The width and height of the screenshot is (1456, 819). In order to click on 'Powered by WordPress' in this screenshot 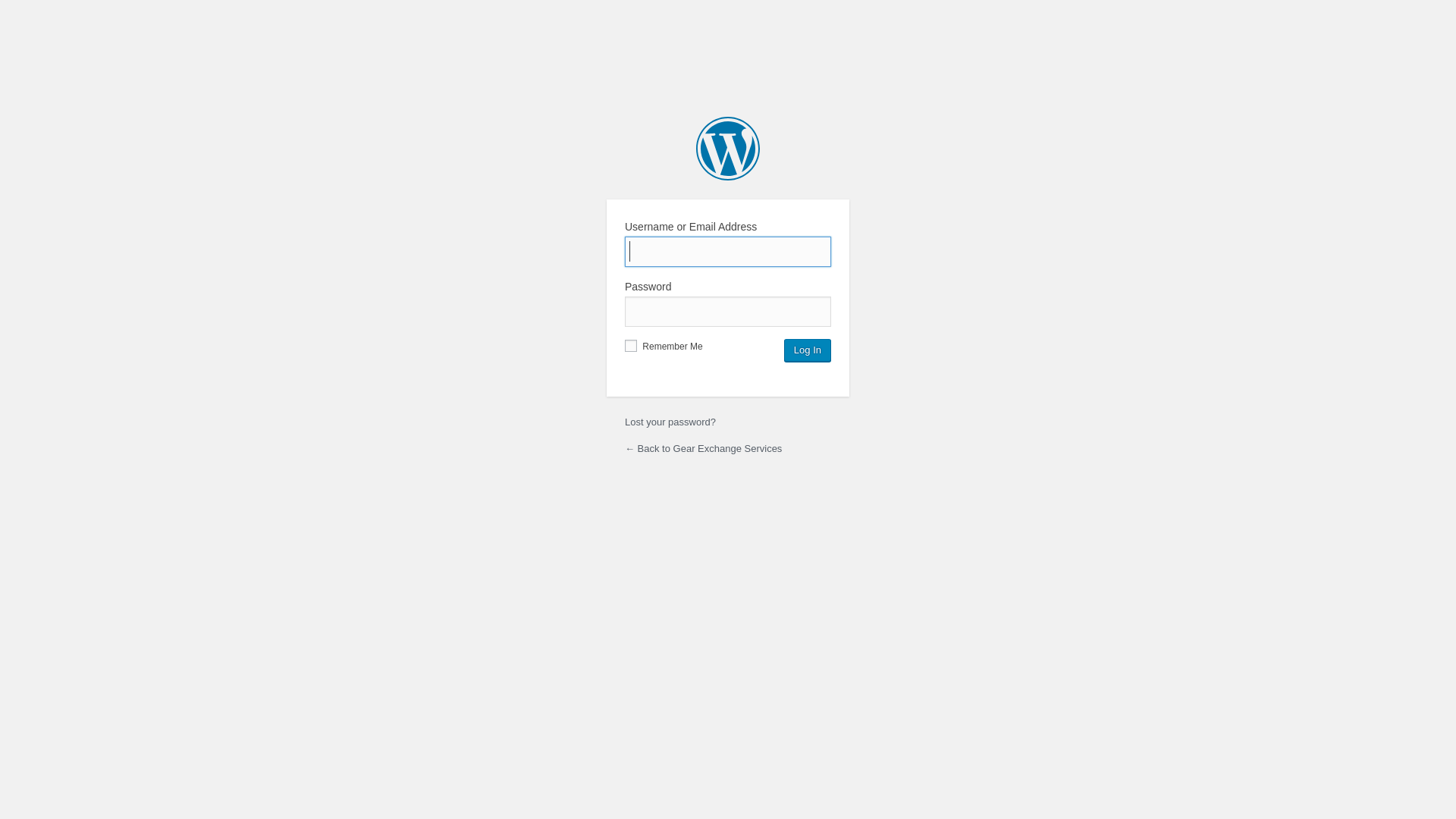, I will do `click(728, 149)`.